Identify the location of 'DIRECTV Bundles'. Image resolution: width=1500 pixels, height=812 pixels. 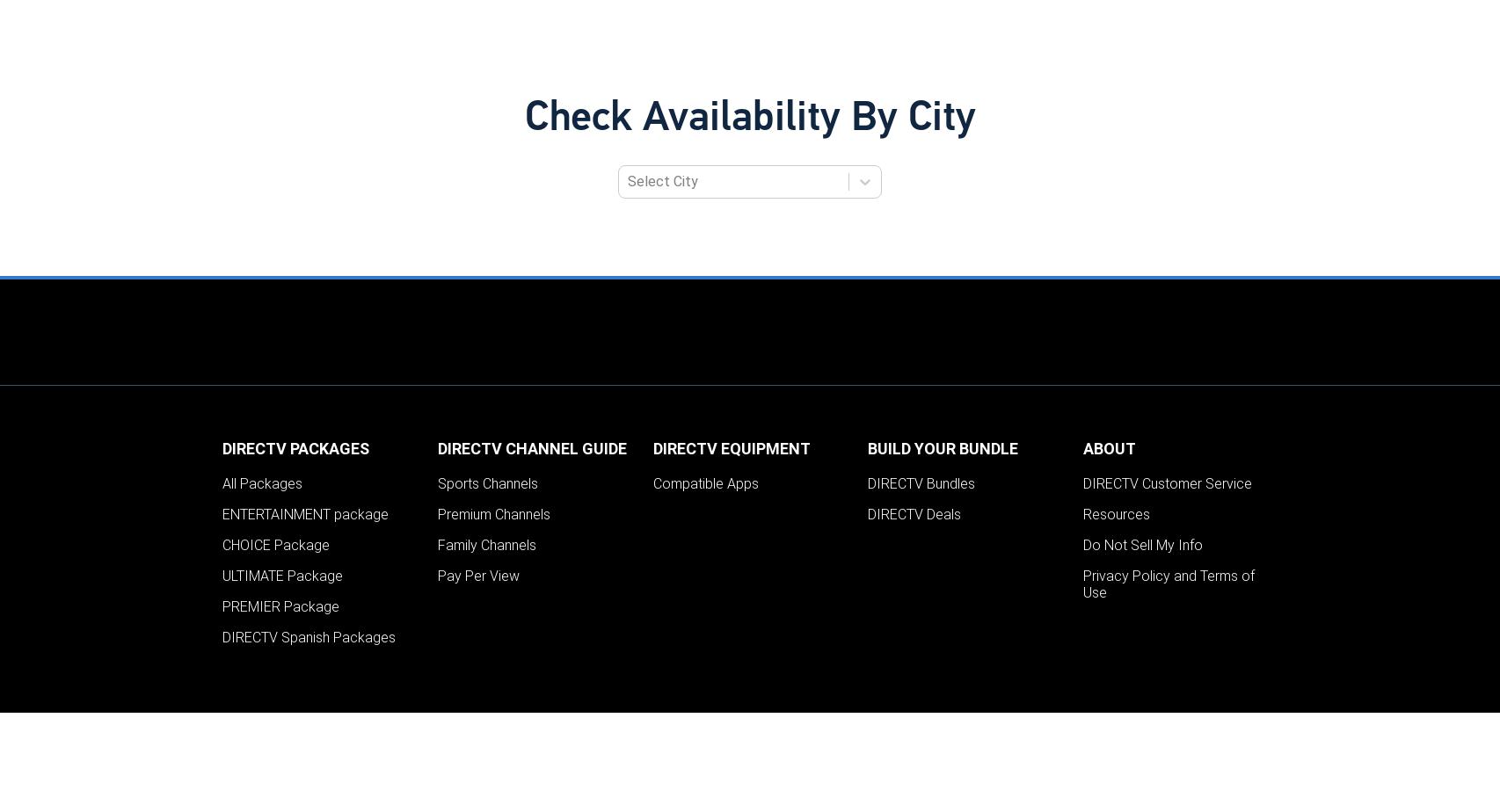
(921, 482).